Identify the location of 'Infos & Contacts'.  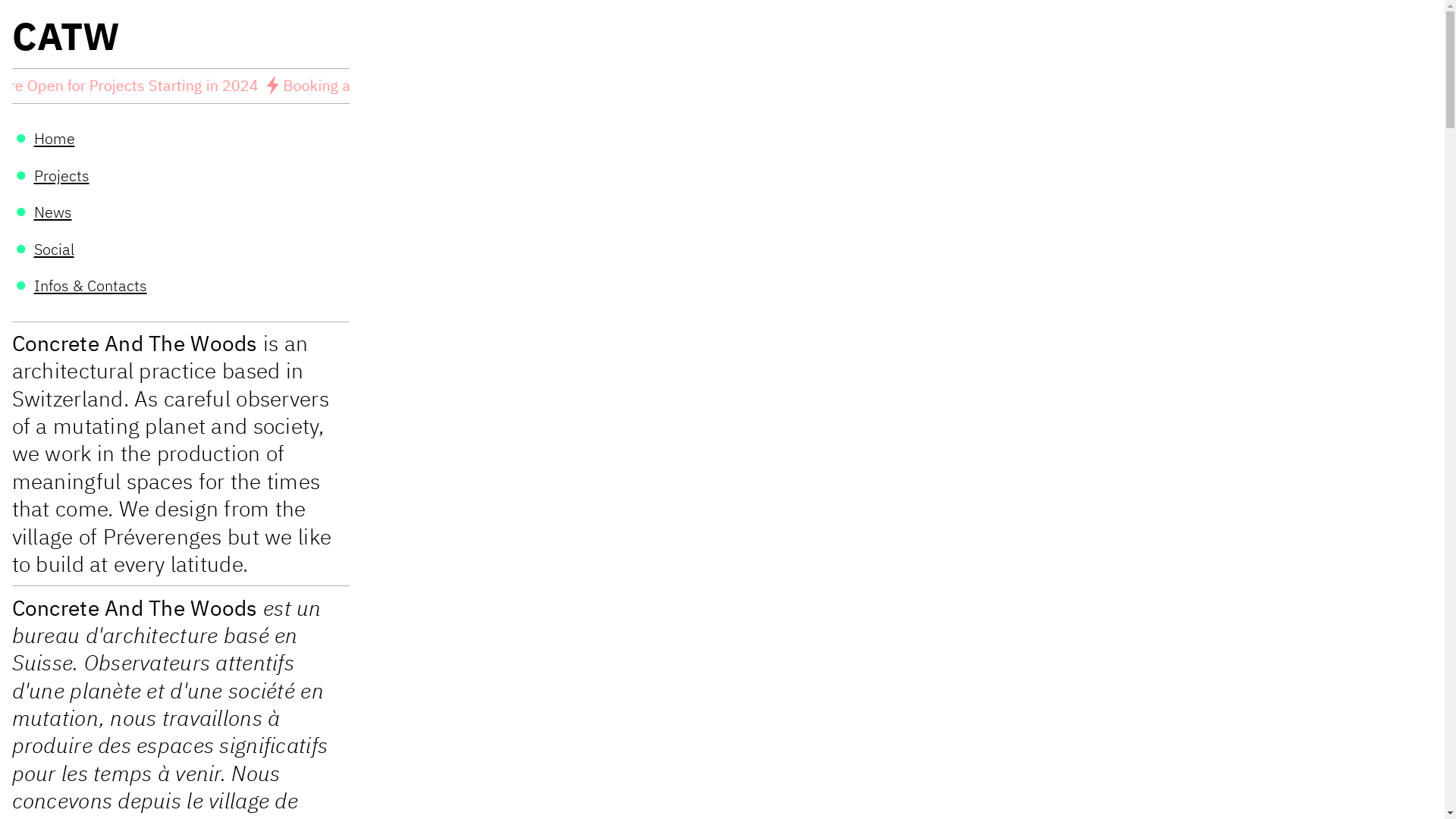
(89, 285).